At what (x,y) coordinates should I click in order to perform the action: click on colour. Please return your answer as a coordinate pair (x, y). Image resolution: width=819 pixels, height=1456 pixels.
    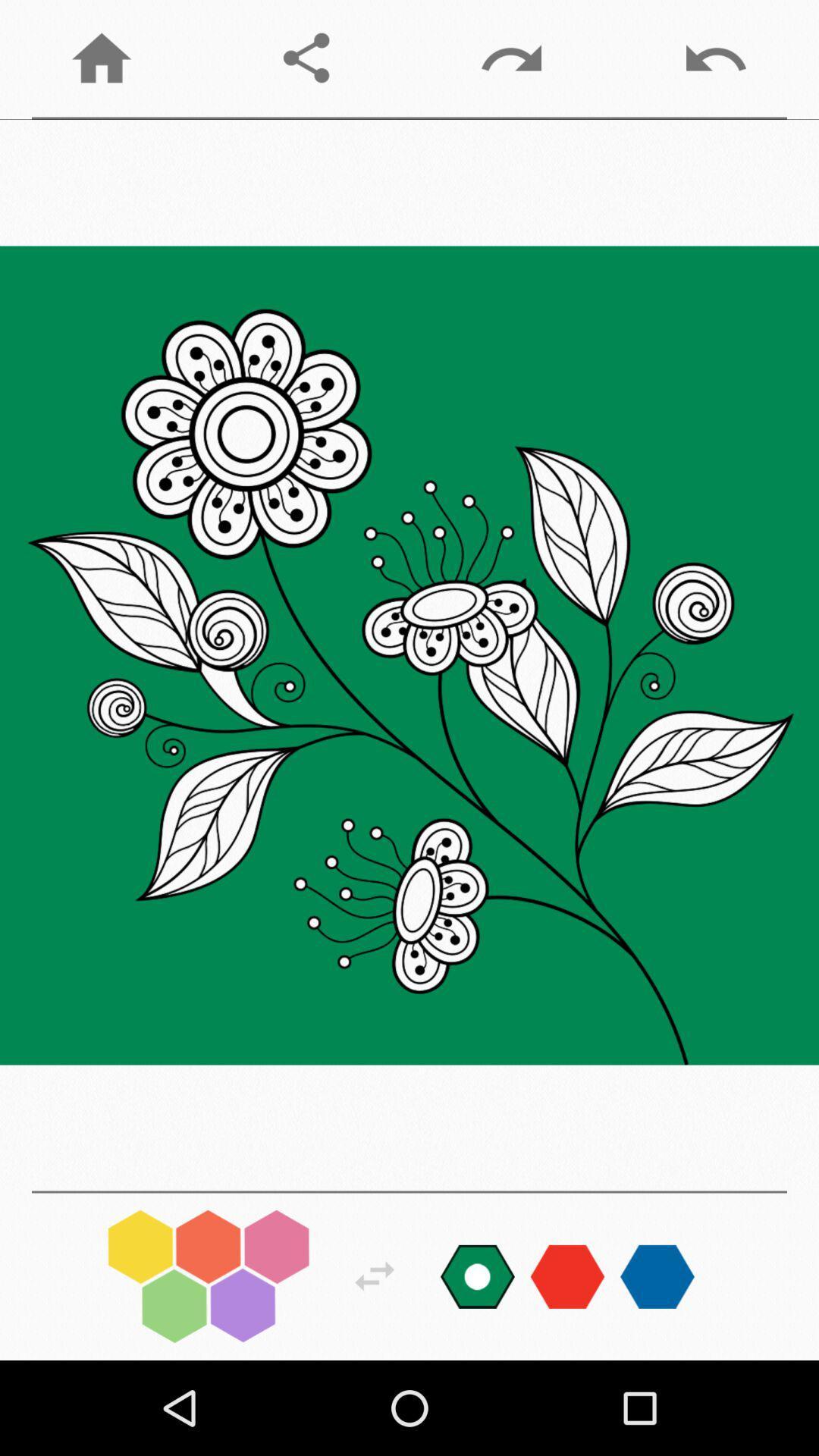
    Looking at the image, I should click on (476, 1276).